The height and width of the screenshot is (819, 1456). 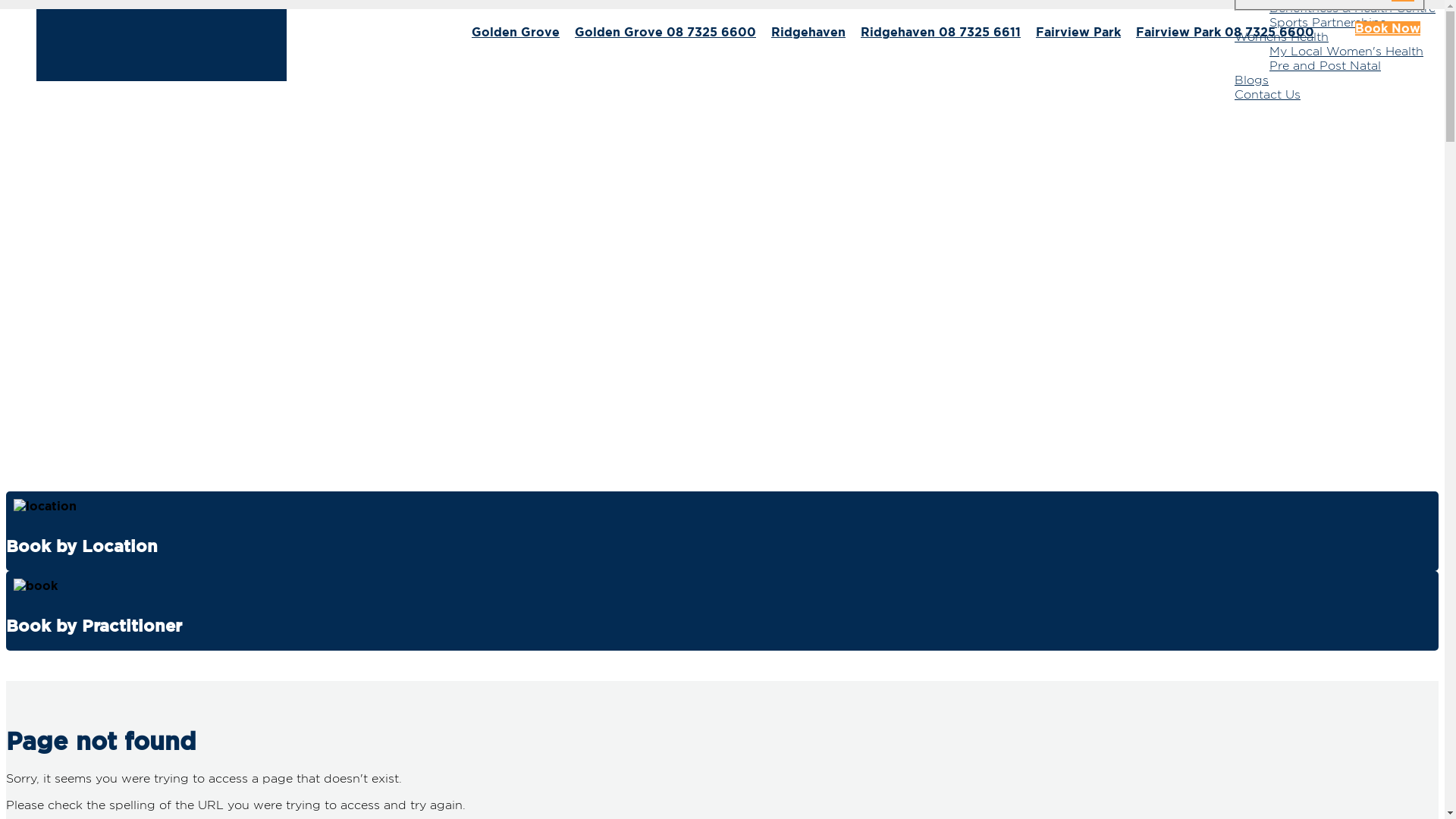 What do you see at coordinates (1387, 28) in the screenshot?
I see `'Book Now'` at bounding box center [1387, 28].